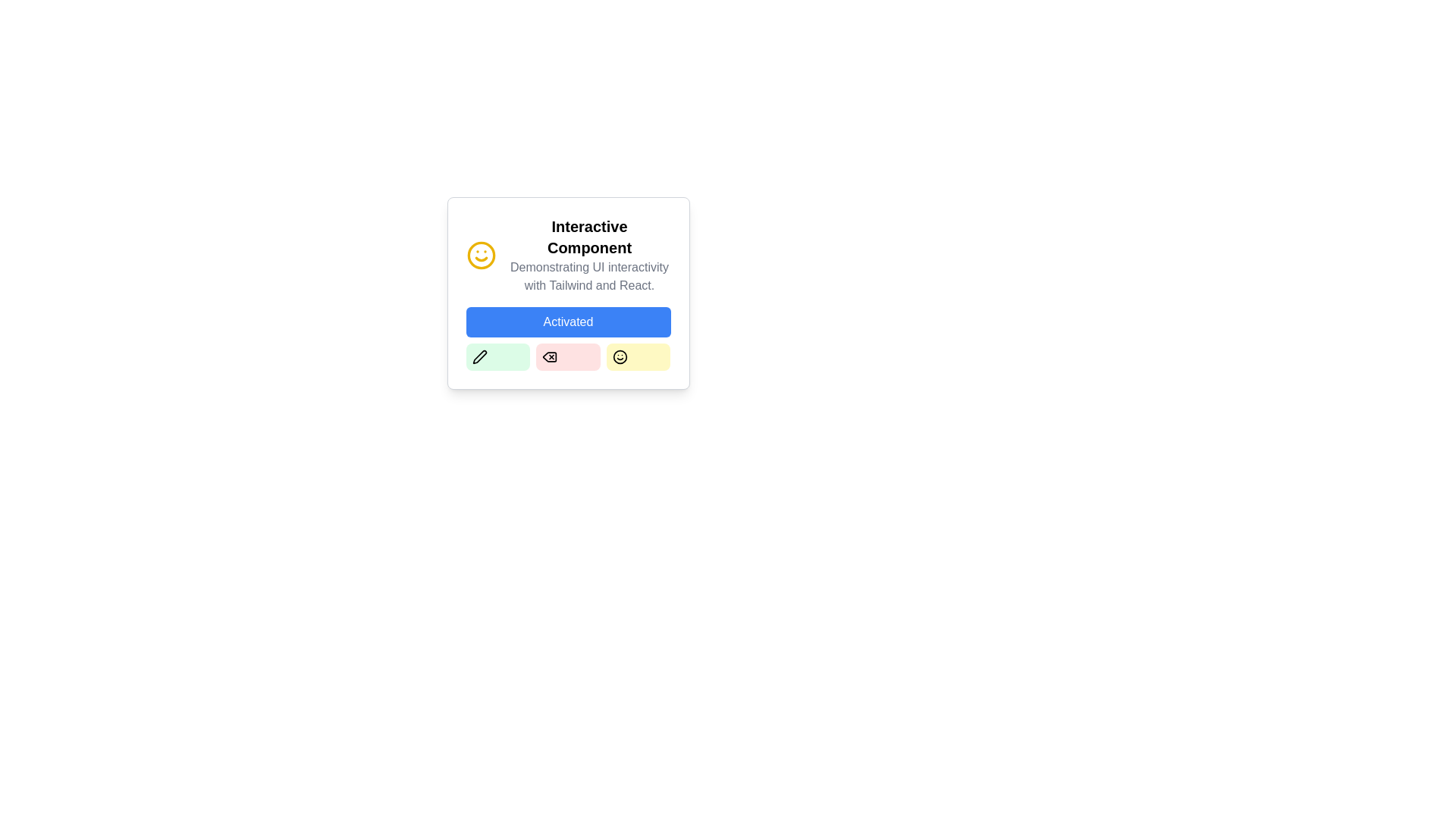  Describe the element at coordinates (620, 356) in the screenshot. I see `the outer circle of the SVG smiley face icon positioned in the top-left corner of the interactive component card` at that location.